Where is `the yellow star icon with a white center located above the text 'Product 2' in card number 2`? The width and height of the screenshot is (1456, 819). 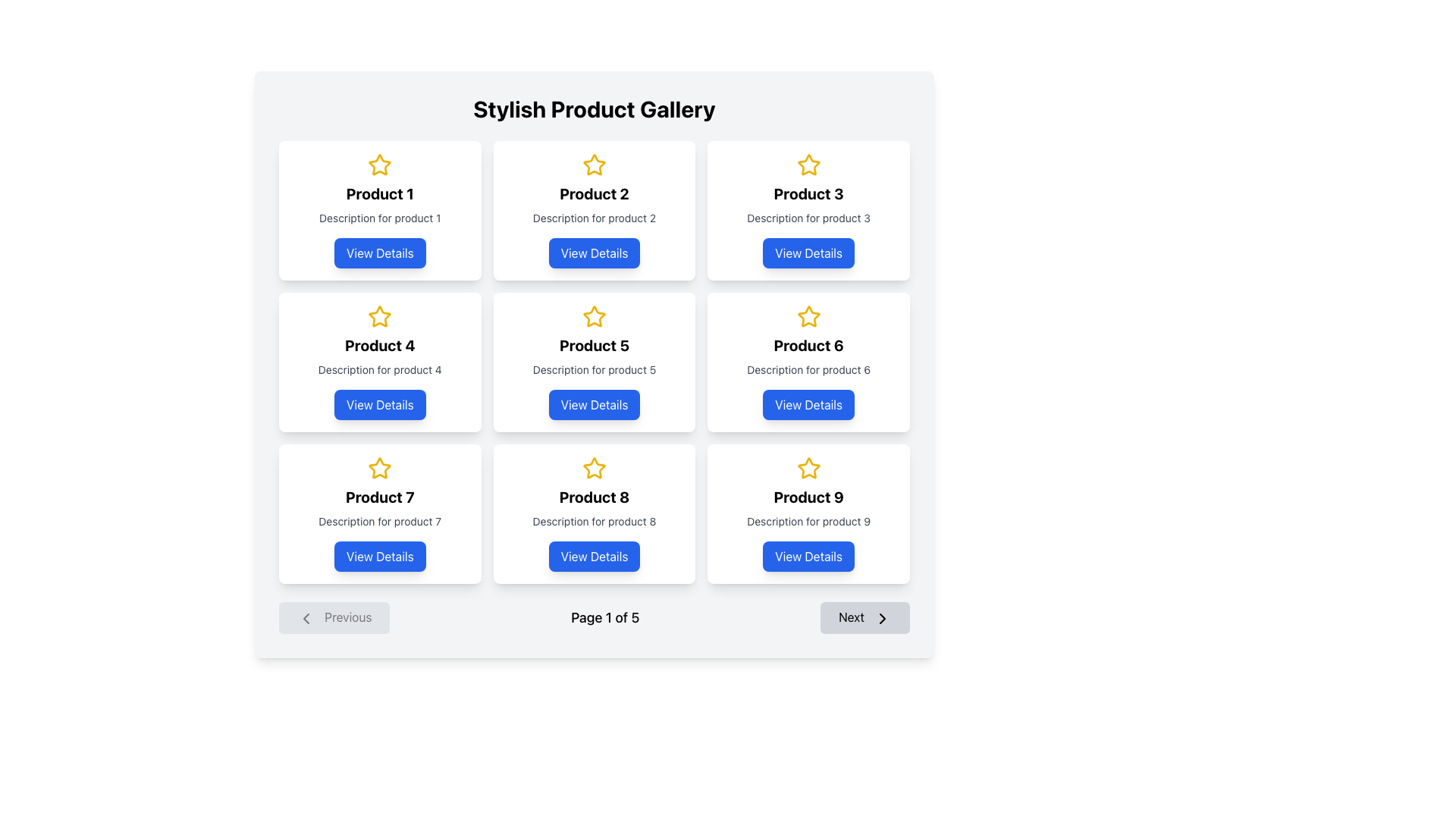 the yellow star icon with a white center located above the text 'Product 2' in card number 2 is located at coordinates (593, 165).